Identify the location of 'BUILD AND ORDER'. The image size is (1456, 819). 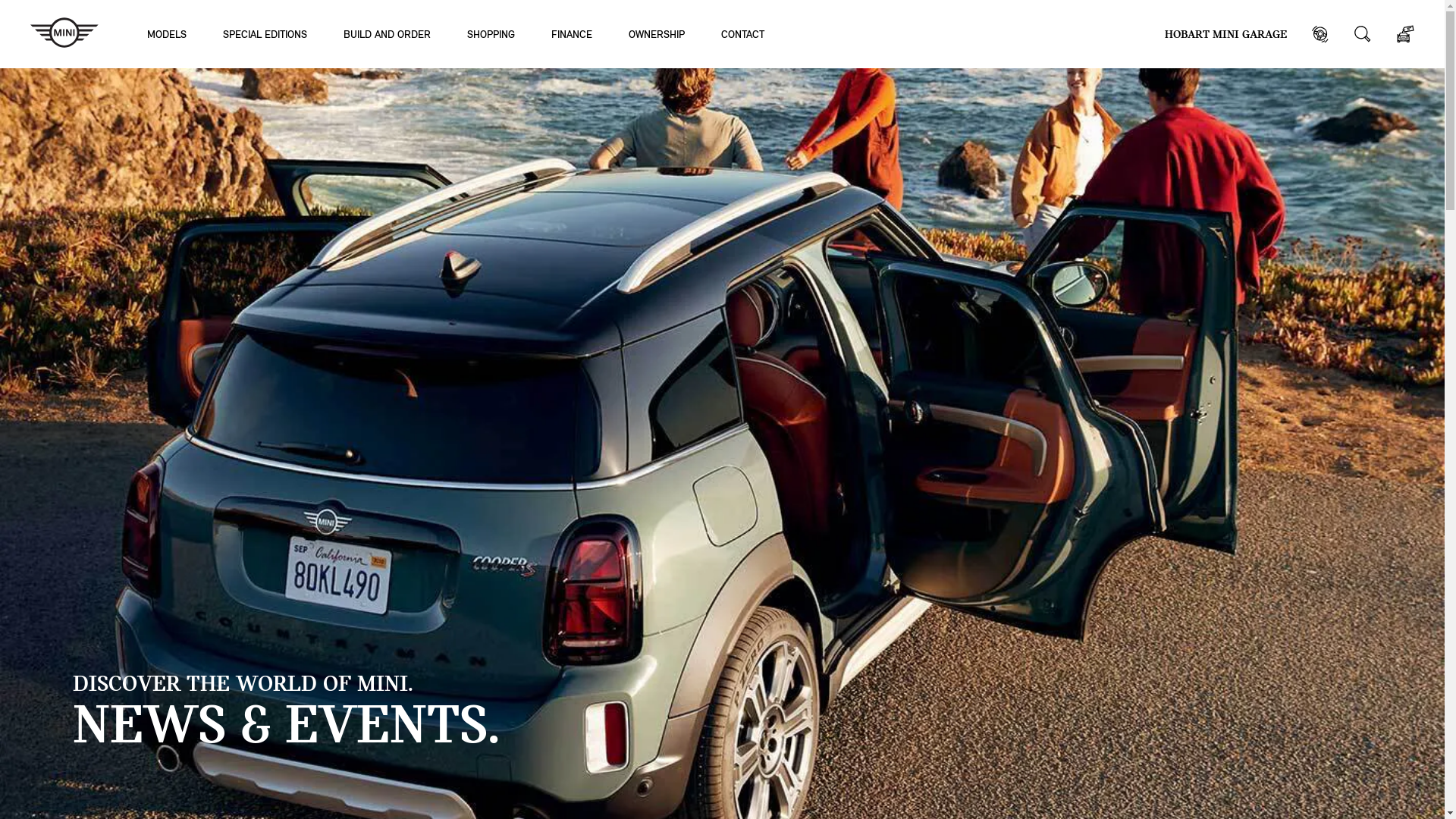
(387, 33).